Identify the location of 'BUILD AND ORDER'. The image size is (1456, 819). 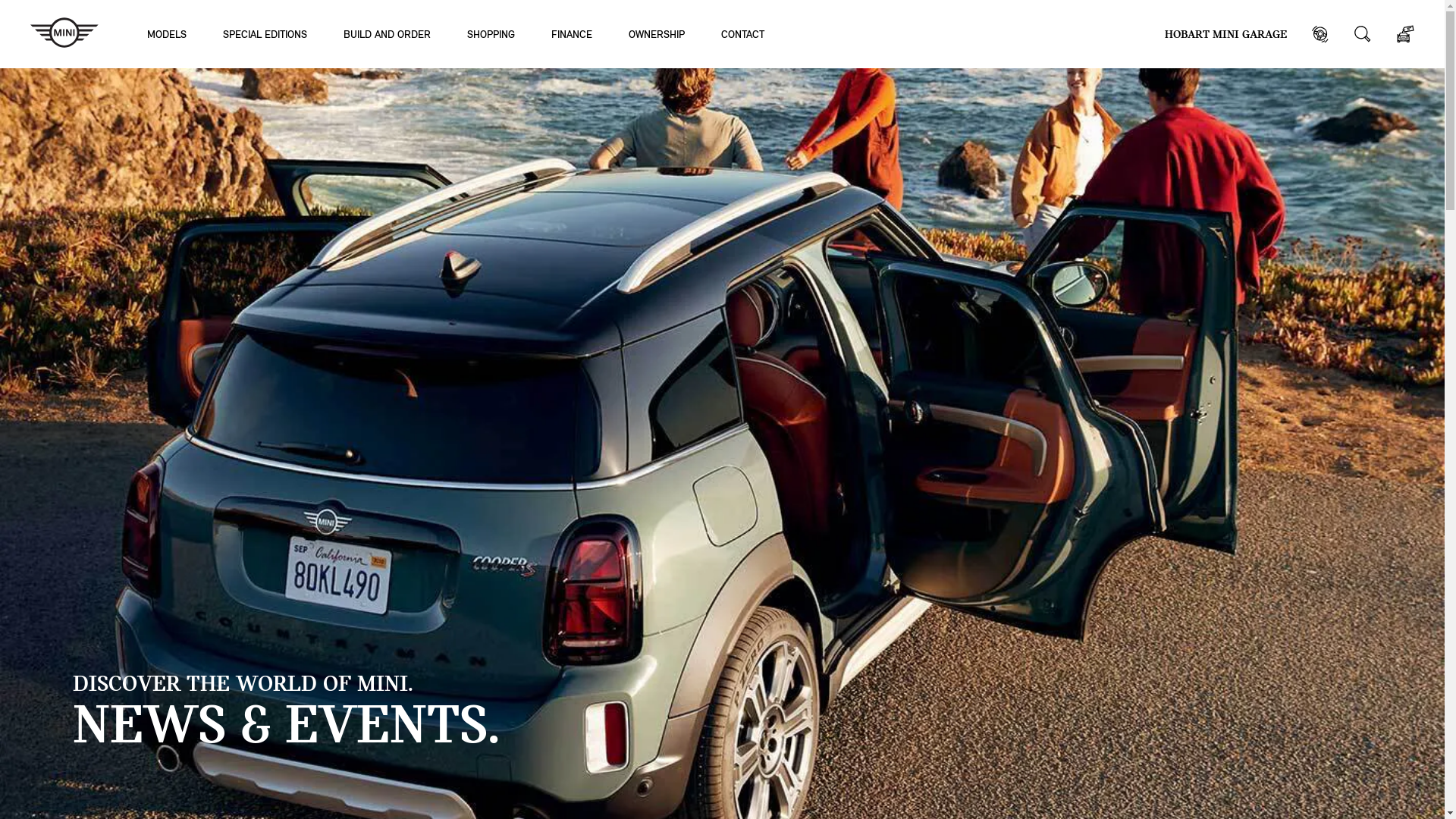
(387, 33).